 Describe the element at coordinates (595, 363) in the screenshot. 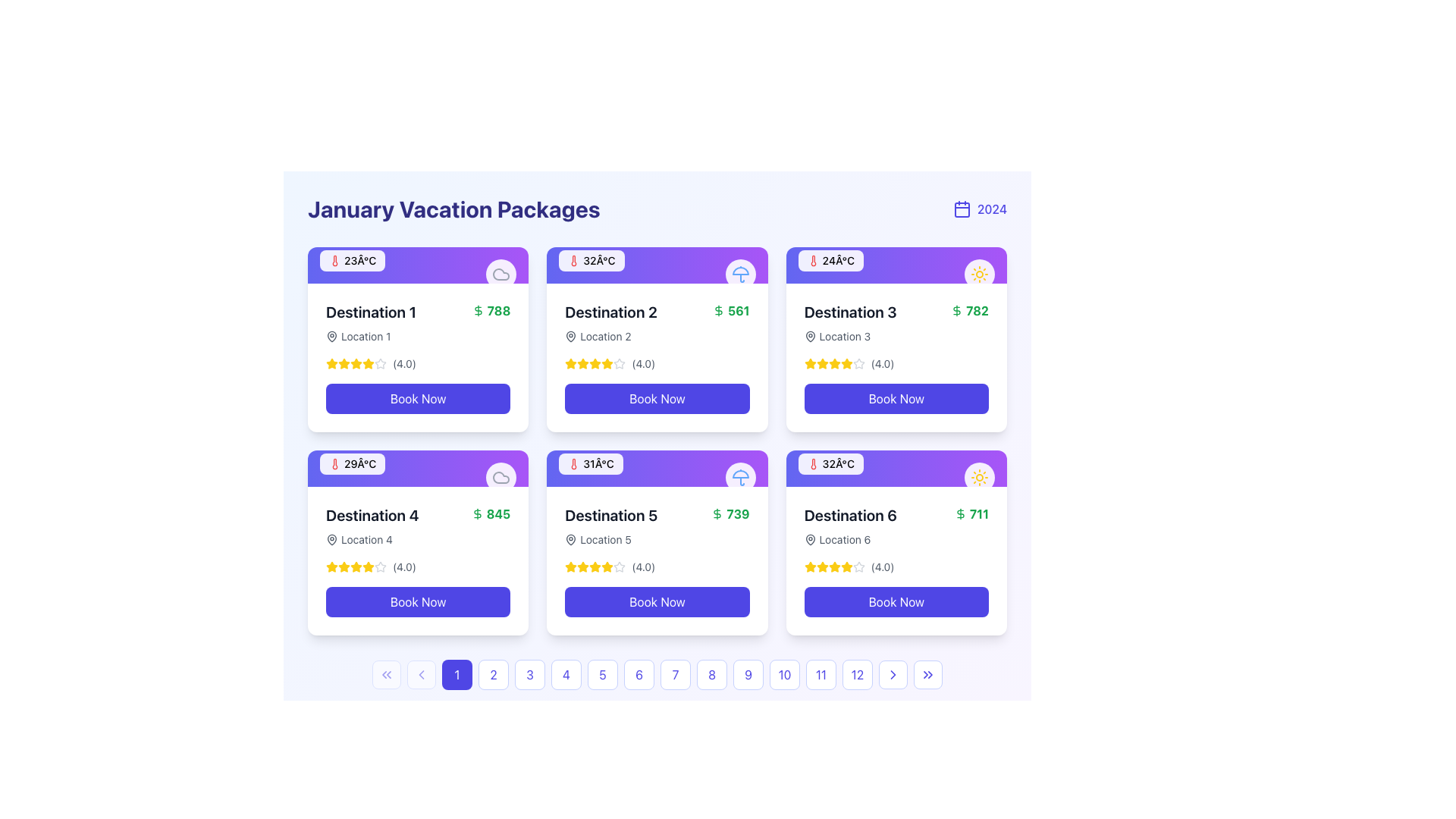

I see `the star icon representing the rating for 'Destination 2' located in the second column of the first row of the grid layout` at that location.